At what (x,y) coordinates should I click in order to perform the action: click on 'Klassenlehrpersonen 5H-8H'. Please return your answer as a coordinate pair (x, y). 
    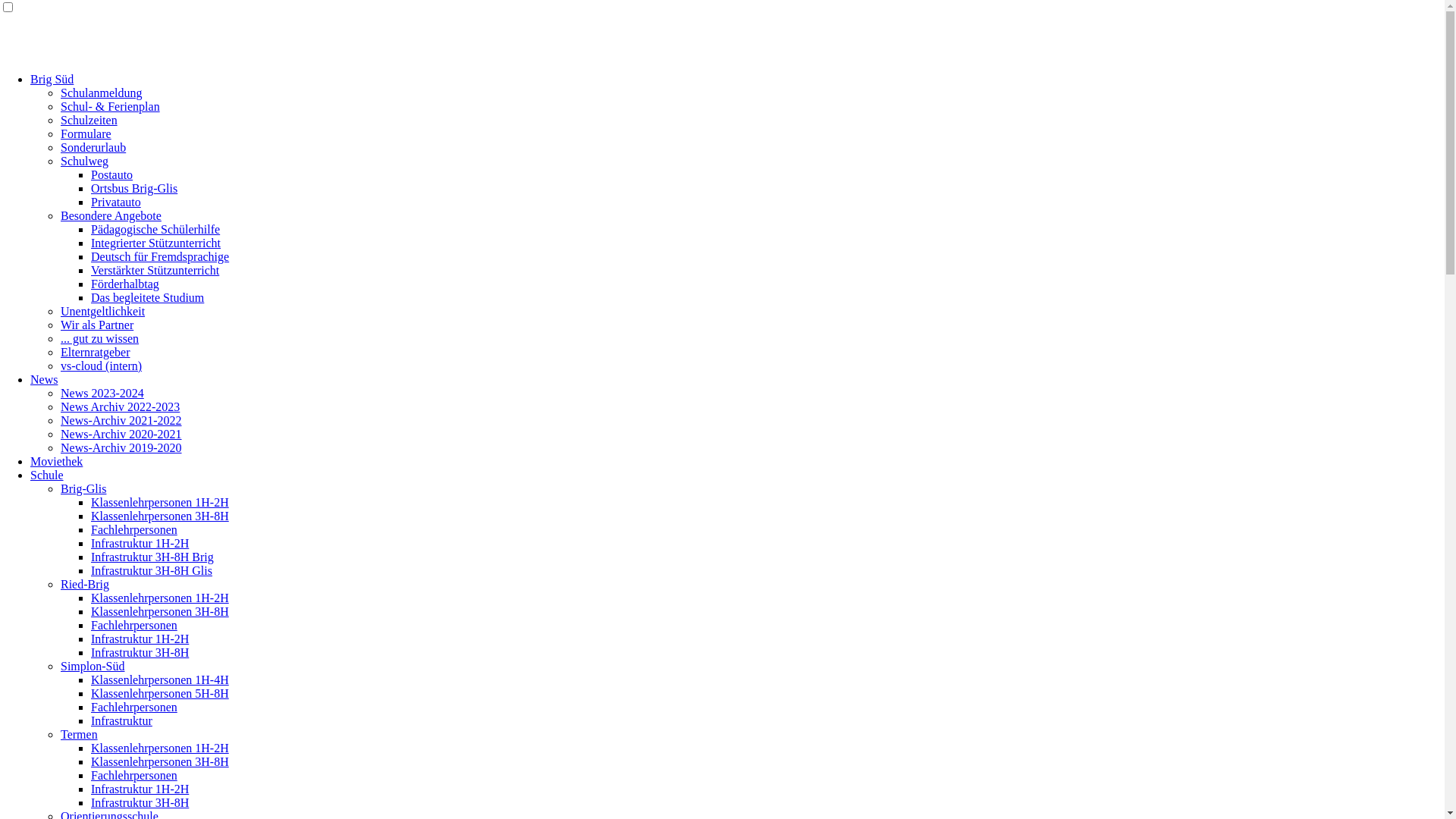
    Looking at the image, I should click on (90, 693).